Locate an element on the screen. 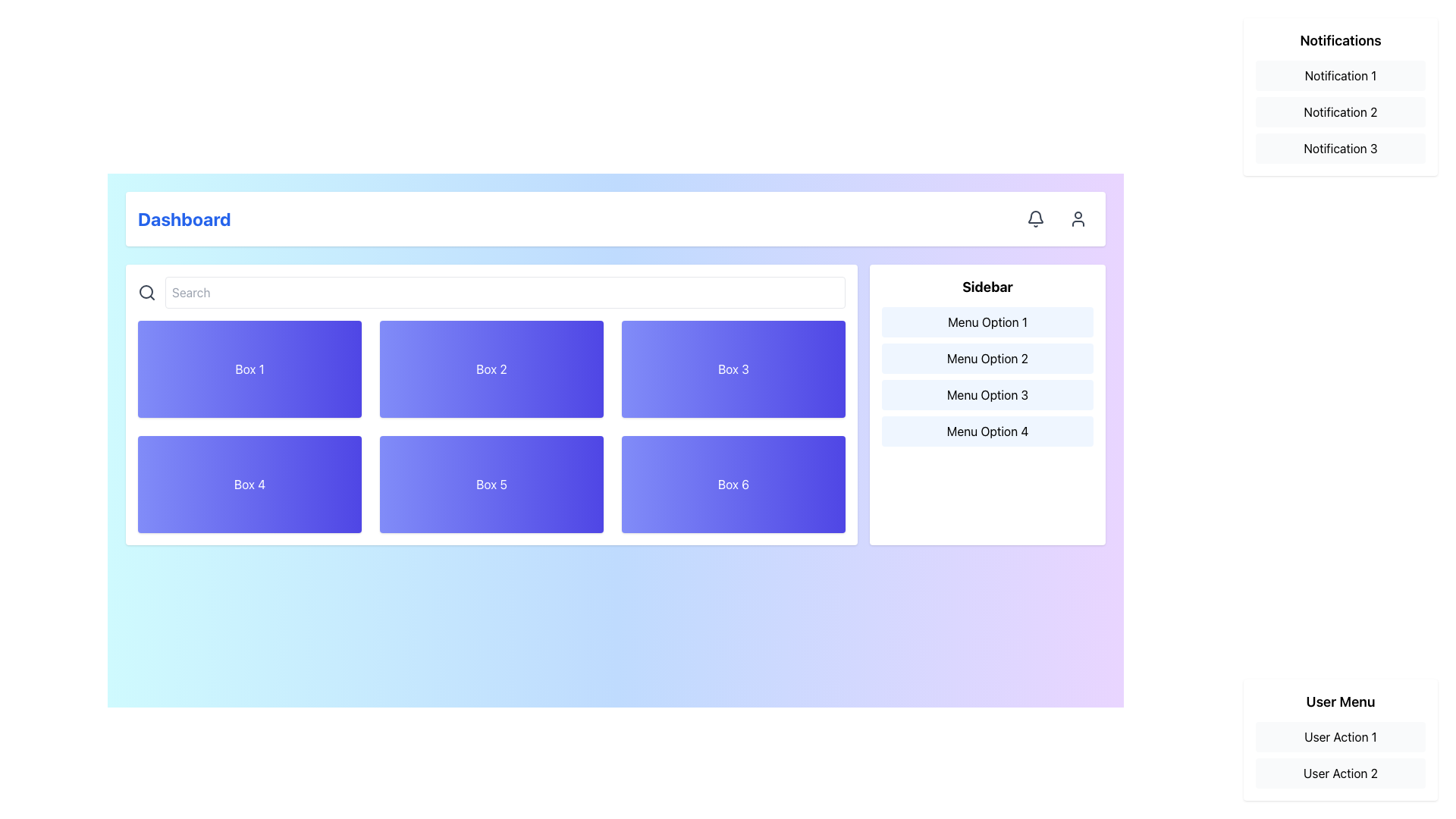  the vertical menu group located within the 'Sidebar' section is located at coordinates (987, 376).